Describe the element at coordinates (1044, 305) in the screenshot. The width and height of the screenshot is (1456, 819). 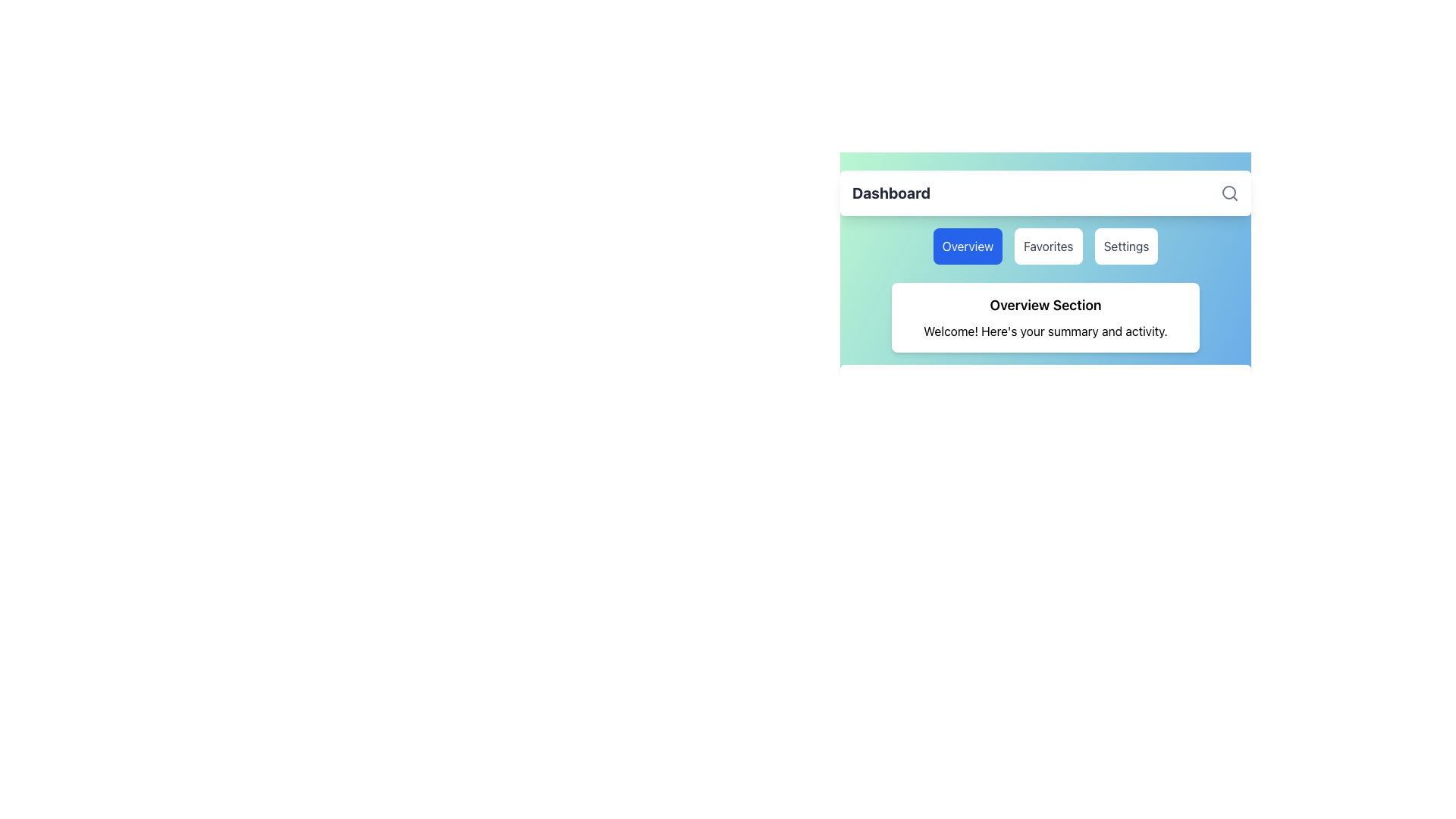
I see `the text label that serves as a header or title for the section, which is centrally aligned in a white card near the middle of the interface` at that location.